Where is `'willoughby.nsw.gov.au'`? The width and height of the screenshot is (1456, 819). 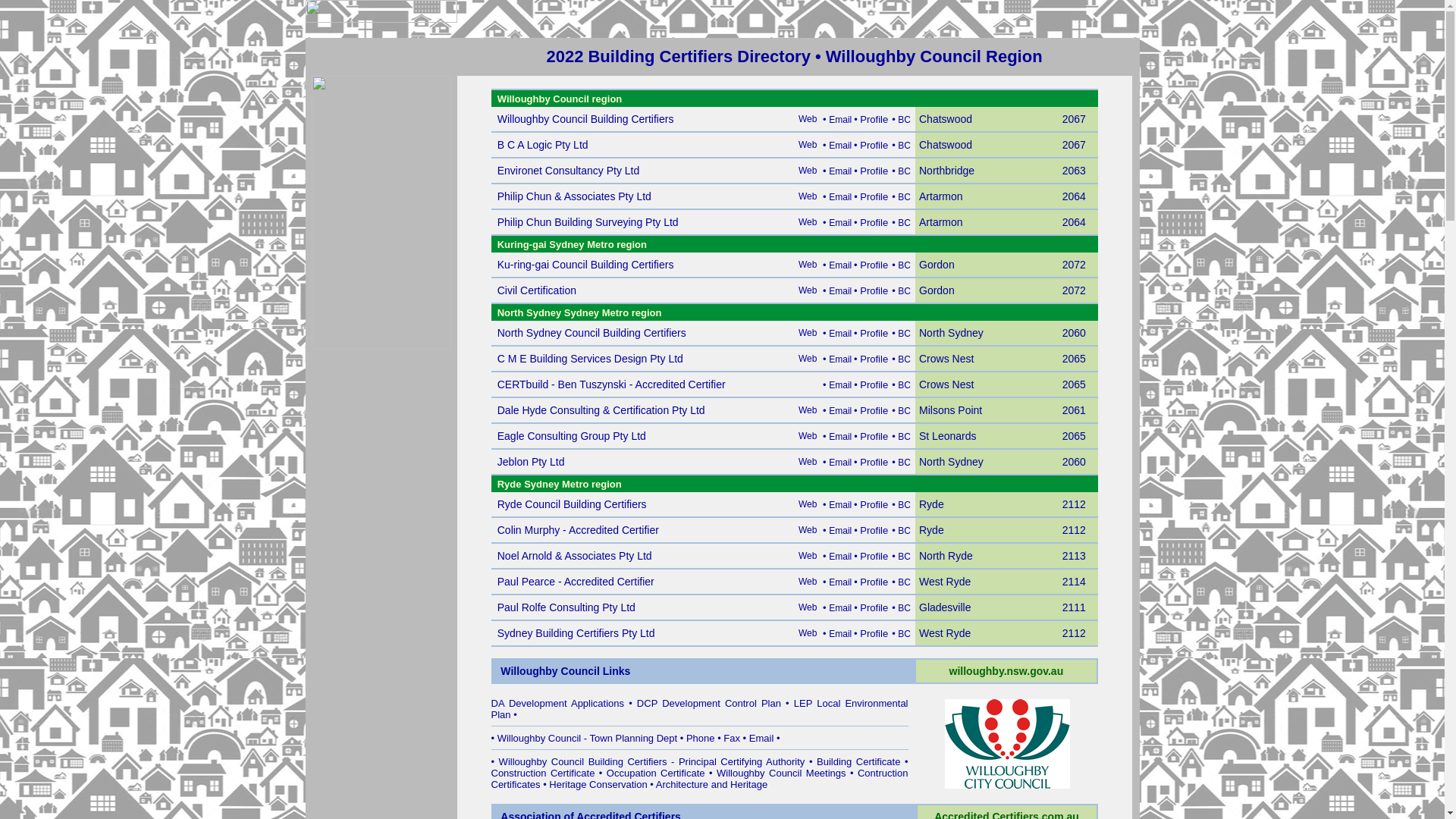 'willoughby.nsw.gov.au' is located at coordinates (1006, 670).